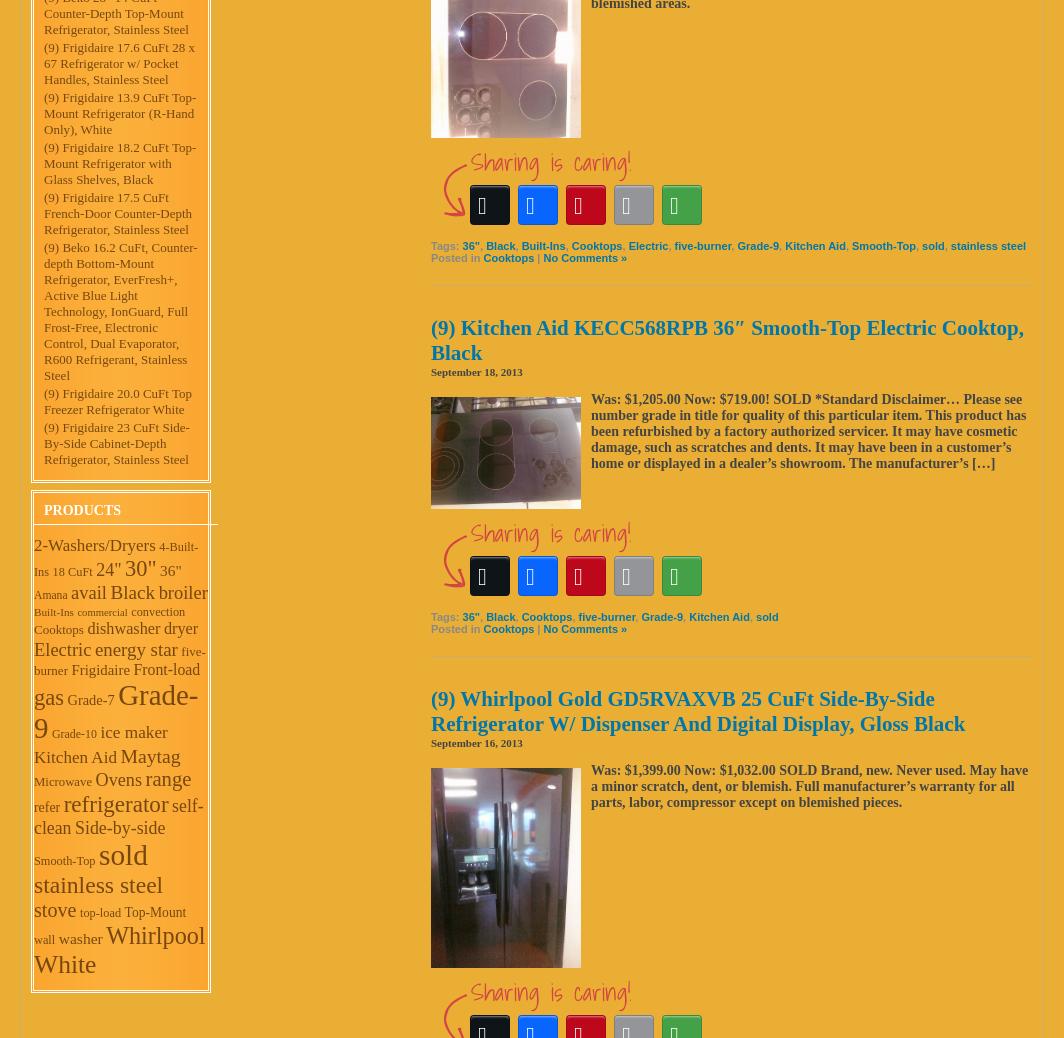  What do you see at coordinates (116, 442) in the screenshot?
I see `'(9) Frigidaire 23 CuFt Side-By-Side Cabinet-Depth Refrigerator, Stainless Steel'` at bounding box center [116, 442].